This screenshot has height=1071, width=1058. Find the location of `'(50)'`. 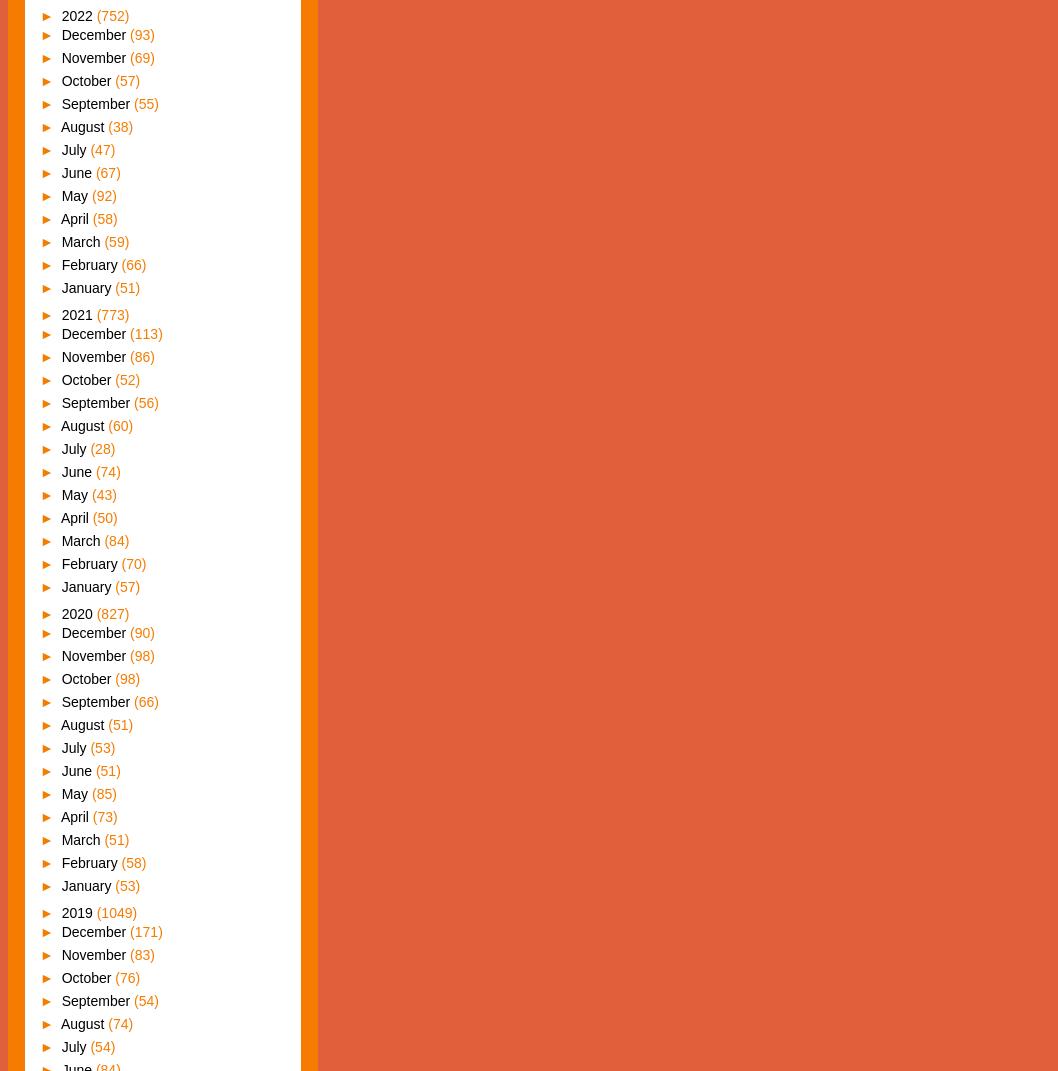

'(50)' is located at coordinates (103, 517).